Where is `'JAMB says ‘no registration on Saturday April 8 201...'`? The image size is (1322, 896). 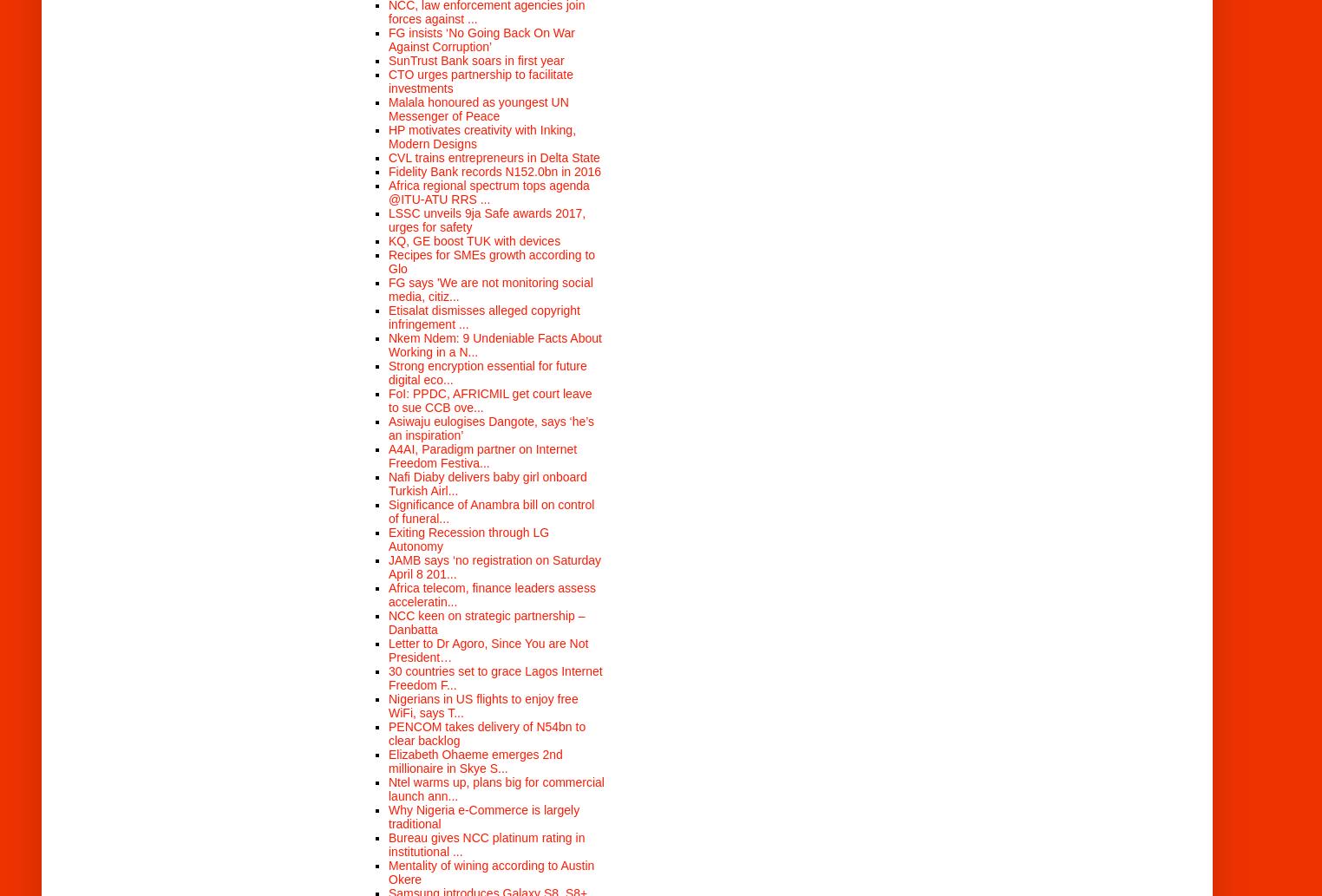
'JAMB says ‘no registration on Saturday April 8 201...' is located at coordinates (494, 565).